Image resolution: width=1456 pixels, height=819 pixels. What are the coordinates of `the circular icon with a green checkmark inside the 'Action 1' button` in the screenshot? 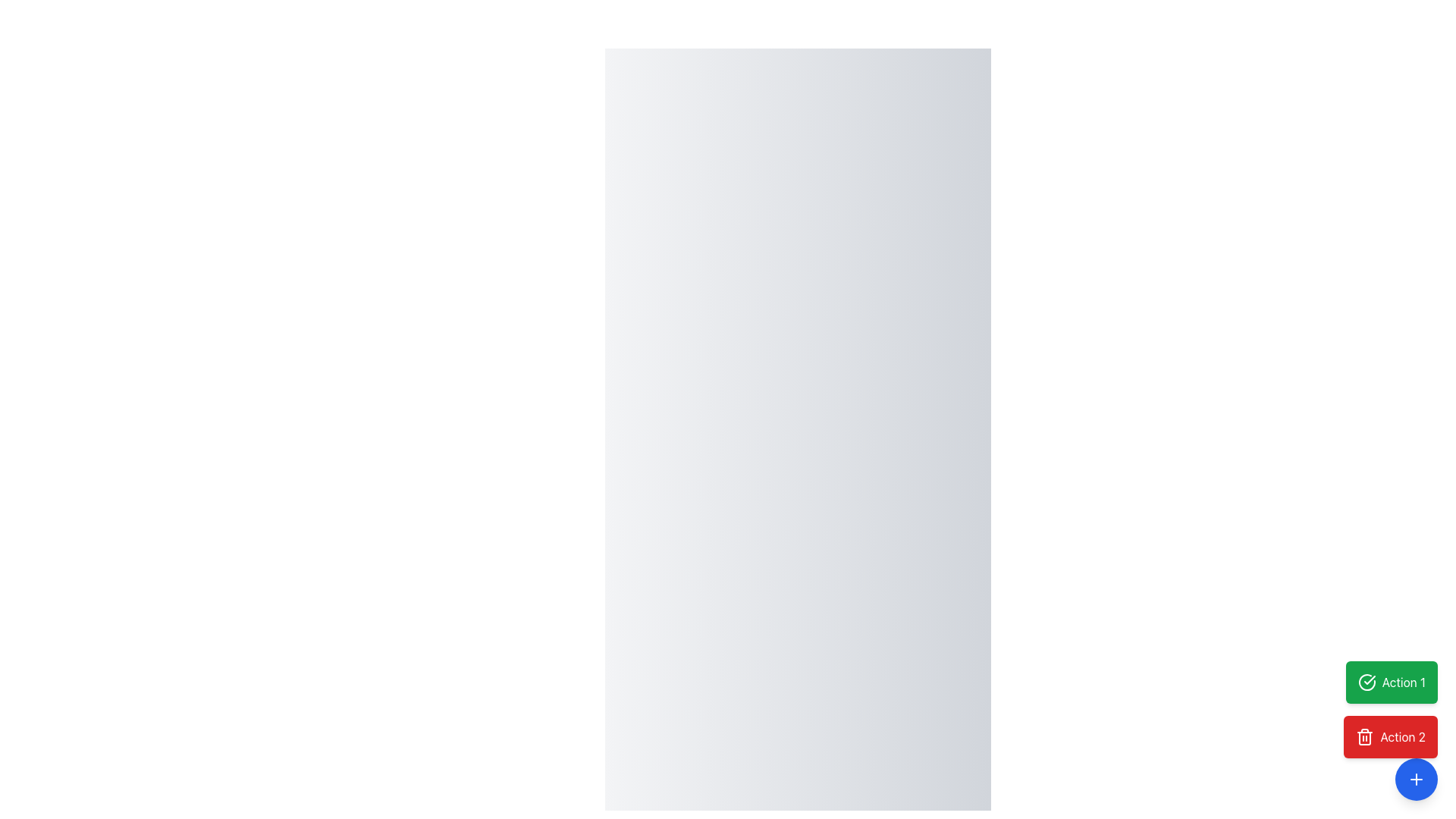 It's located at (1367, 681).